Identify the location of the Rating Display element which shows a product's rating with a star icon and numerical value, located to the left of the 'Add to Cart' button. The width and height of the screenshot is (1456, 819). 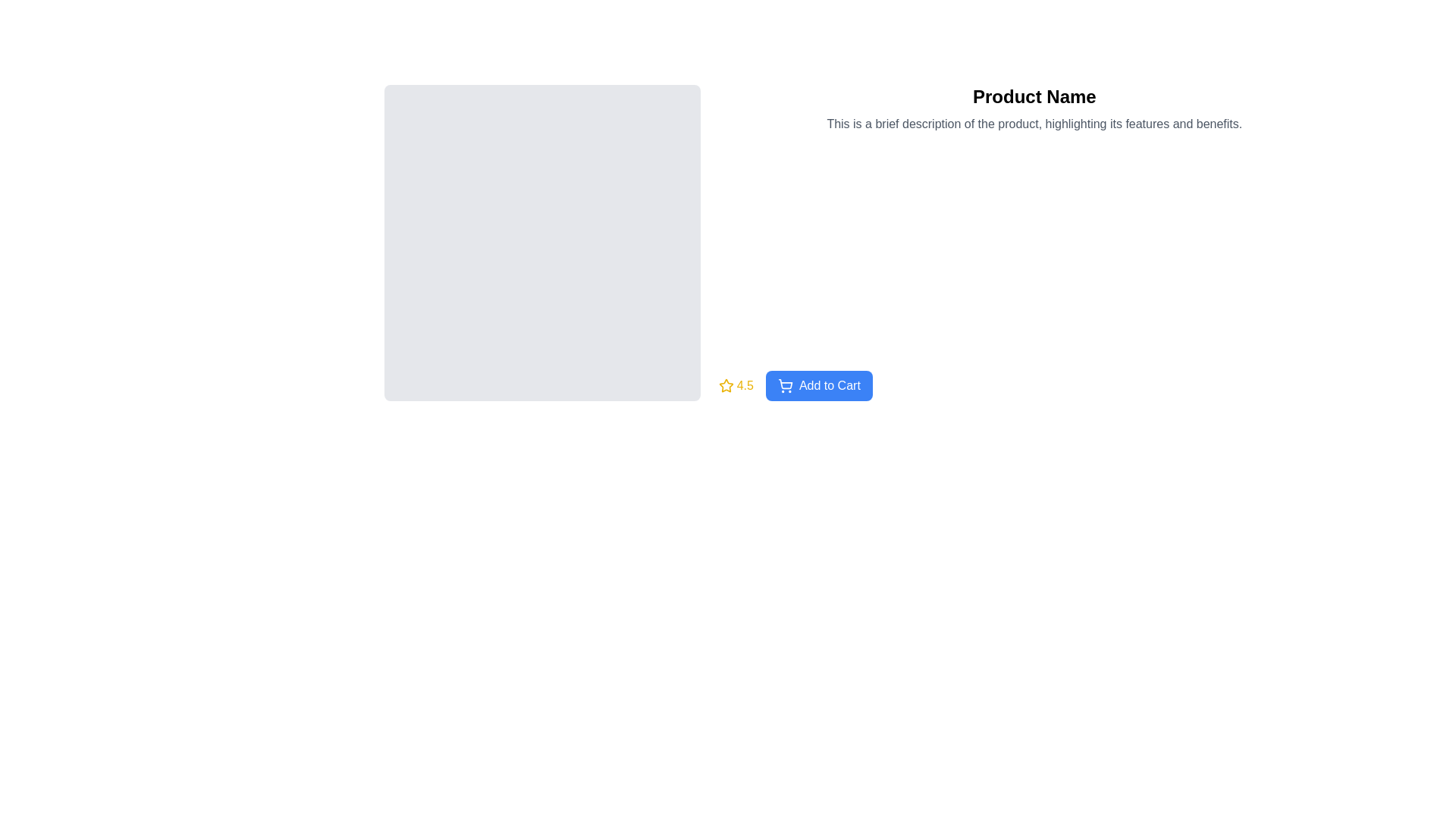
(736, 384).